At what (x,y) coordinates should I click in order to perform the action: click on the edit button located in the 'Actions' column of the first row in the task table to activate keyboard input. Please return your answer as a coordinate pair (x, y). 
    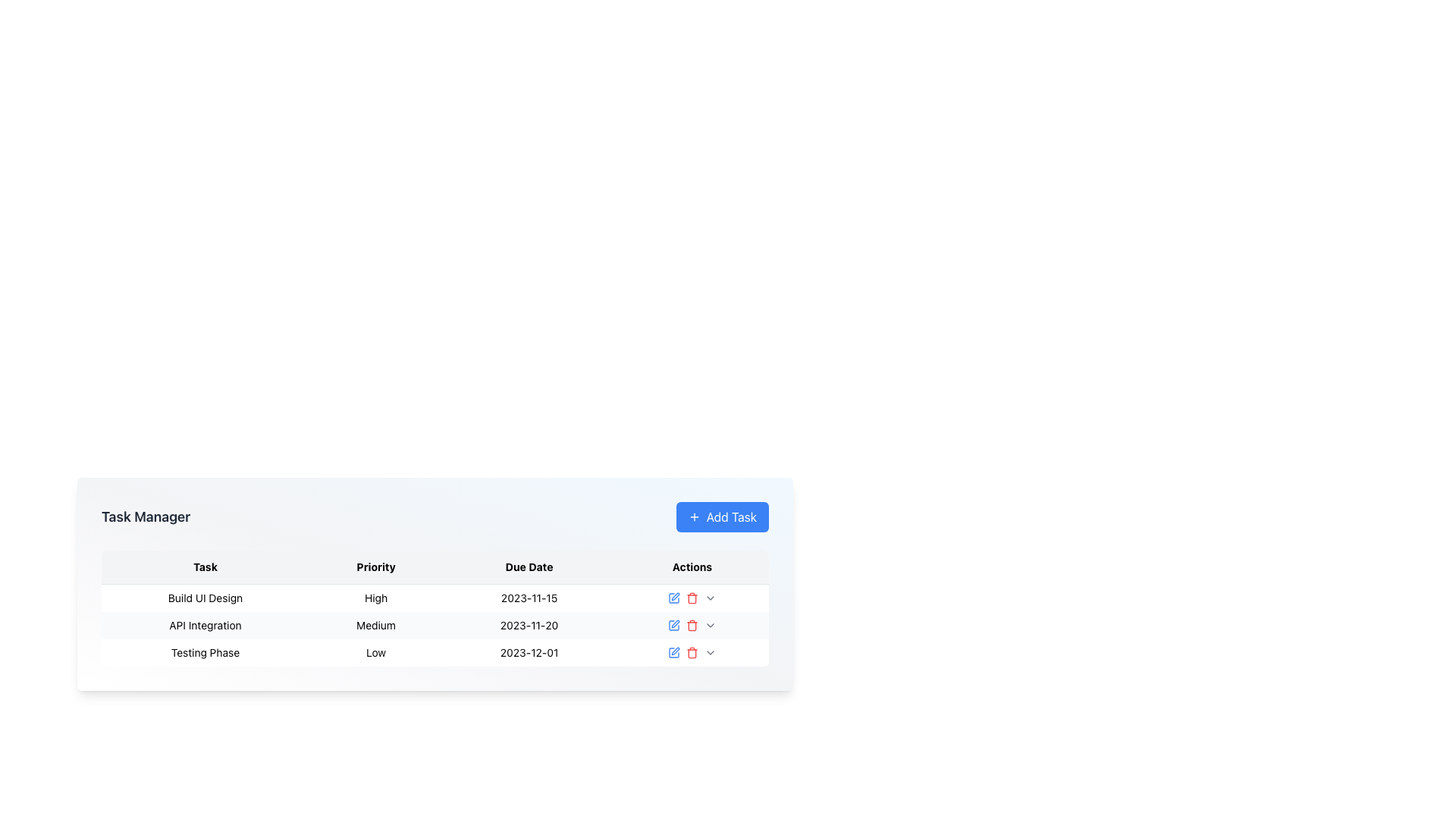
    Looking at the image, I should click on (673, 598).